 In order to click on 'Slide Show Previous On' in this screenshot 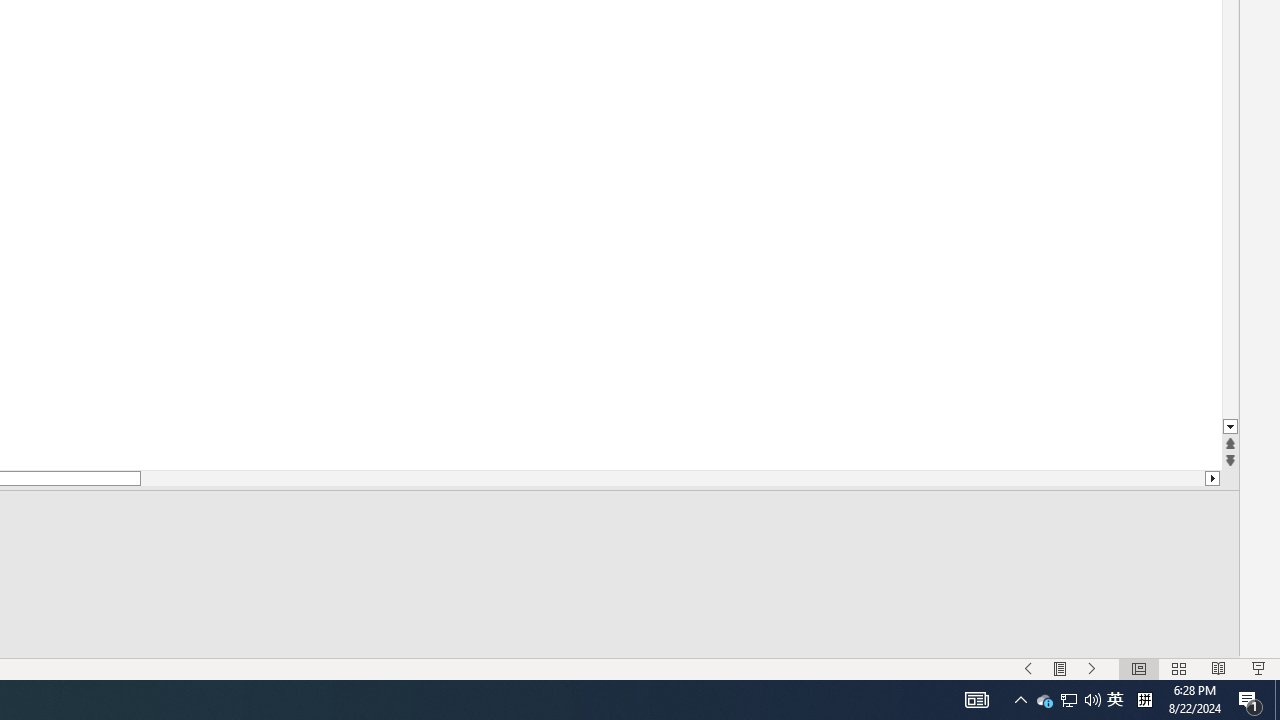, I will do `click(1028, 669)`.